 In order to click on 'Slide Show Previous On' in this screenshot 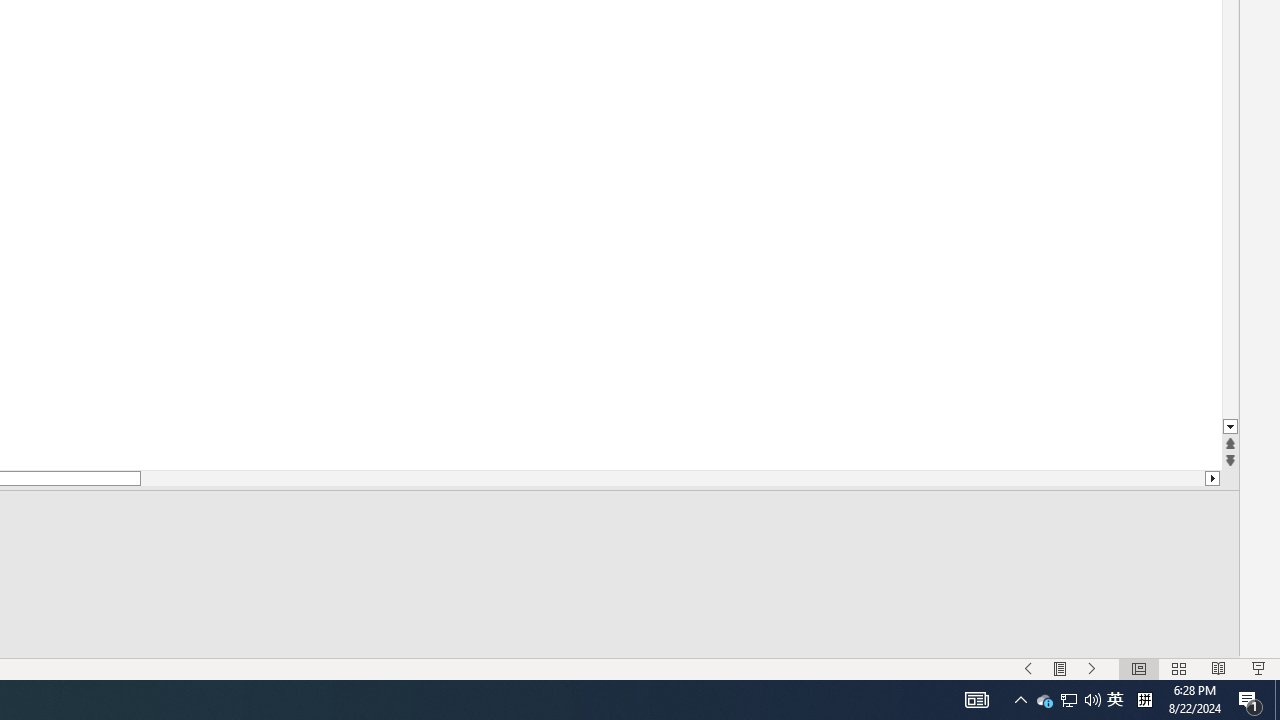, I will do `click(1028, 669)`.